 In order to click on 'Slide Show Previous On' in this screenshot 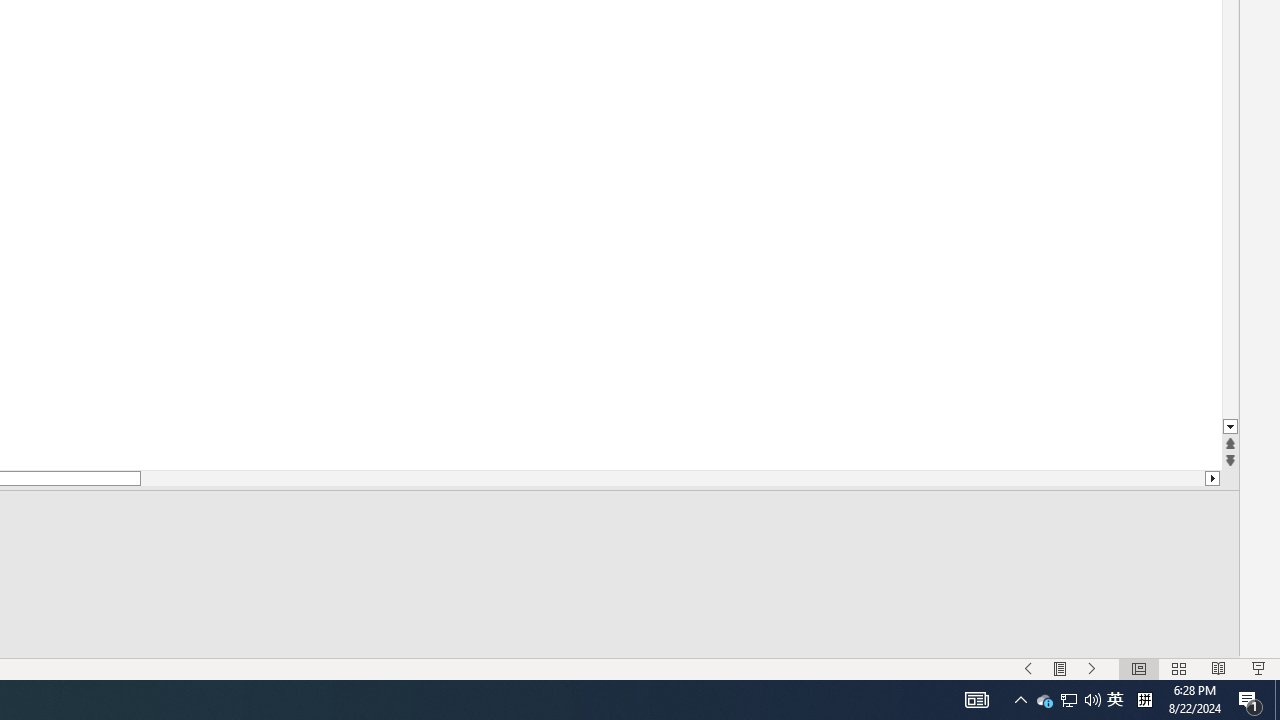, I will do `click(1028, 669)`.